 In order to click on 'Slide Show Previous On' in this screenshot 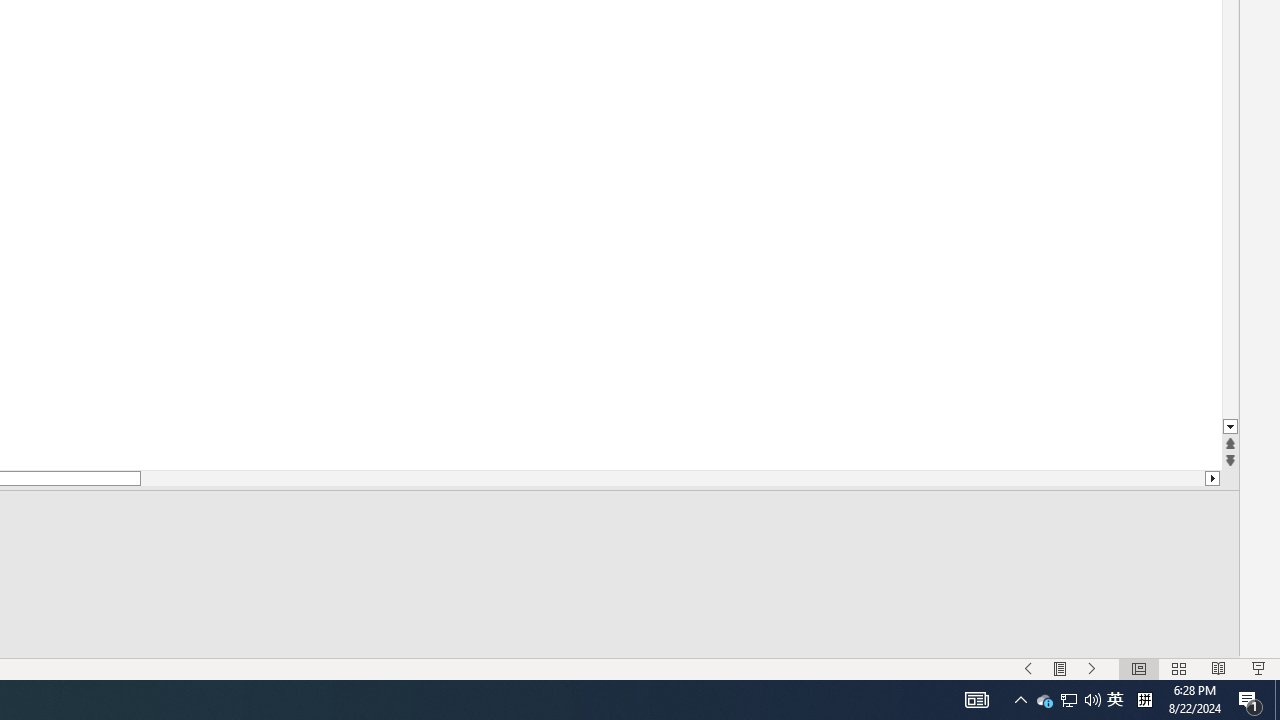, I will do `click(1028, 669)`.